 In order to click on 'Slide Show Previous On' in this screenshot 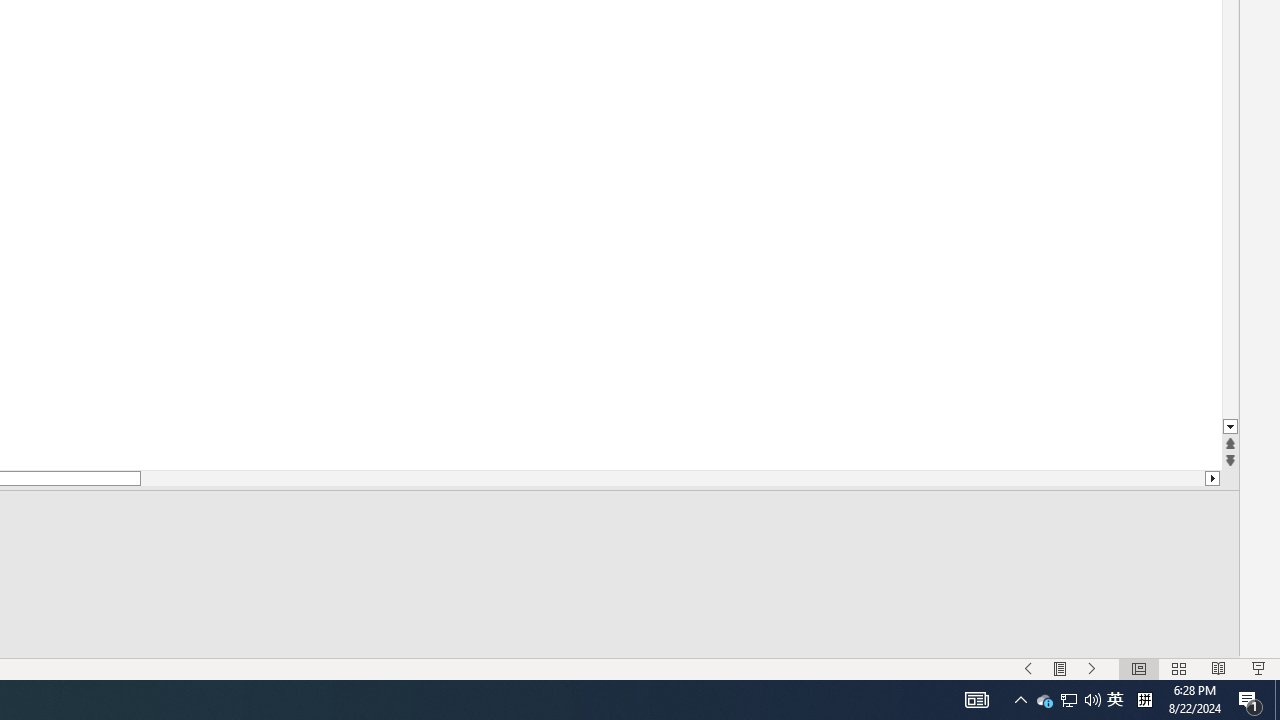, I will do `click(1028, 669)`.